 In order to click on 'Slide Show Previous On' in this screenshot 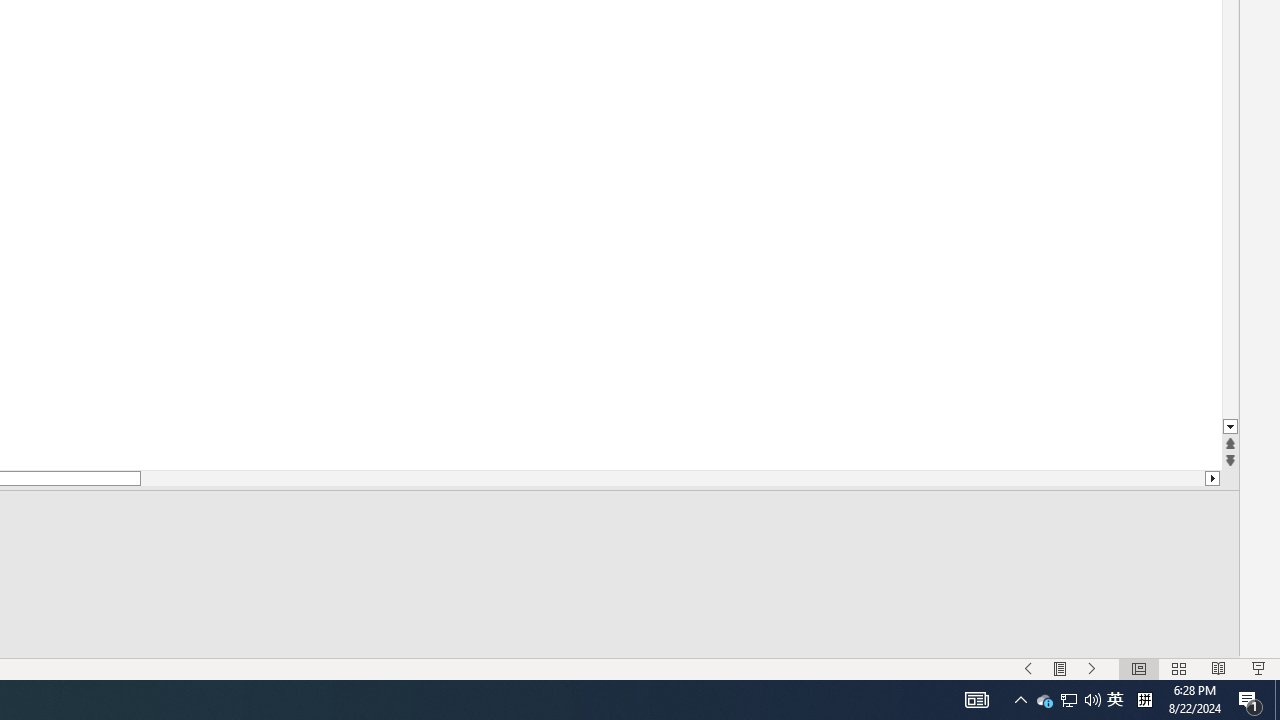, I will do `click(1028, 669)`.